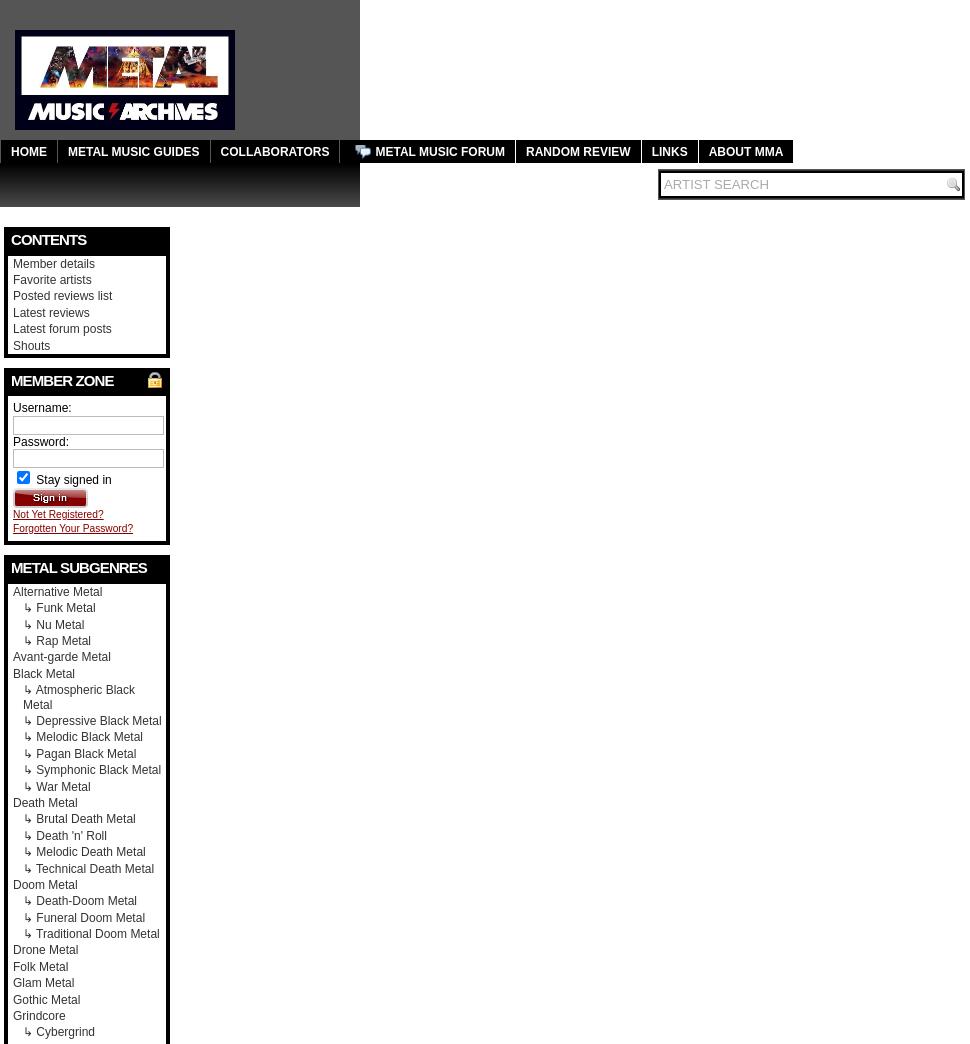 Image resolution: width=970 pixels, height=1044 pixels. What do you see at coordinates (57, 1031) in the screenshot?
I see `'↳ Cybergrind'` at bounding box center [57, 1031].